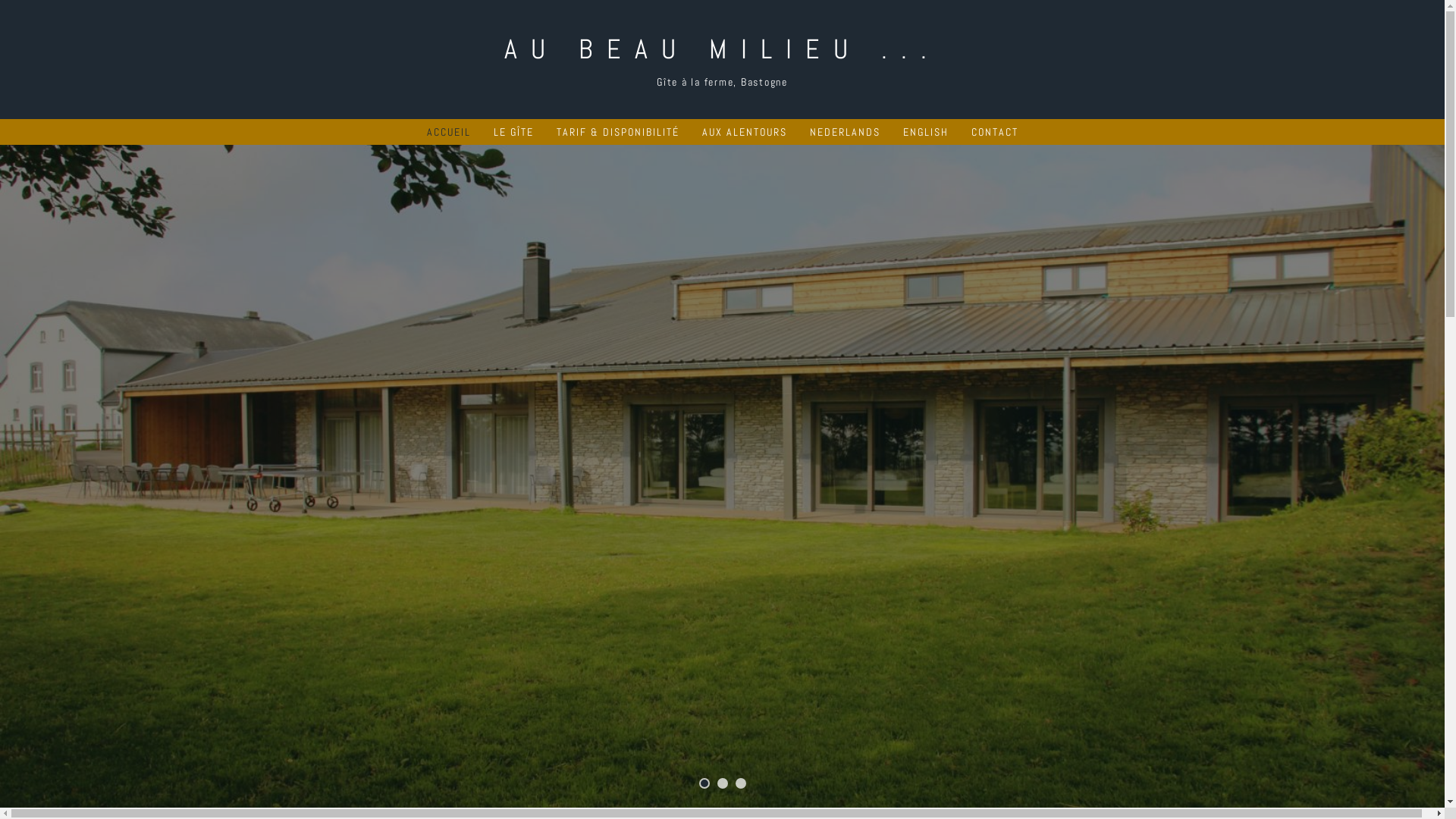 The image size is (1456, 819). I want to click on 'NEDERLANDS', so click(844, 130).